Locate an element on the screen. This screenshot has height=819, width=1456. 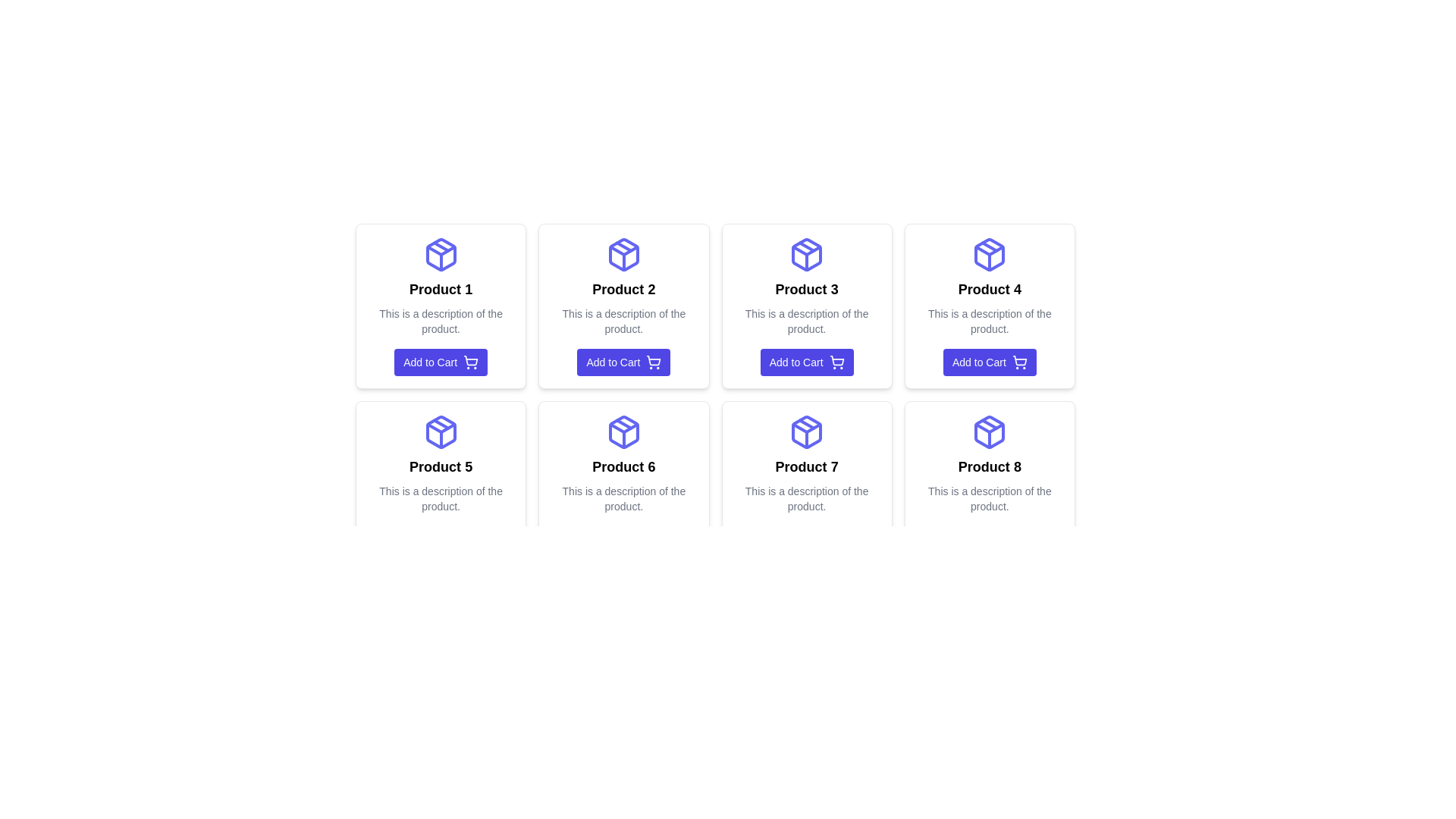
the product icon located in the top-left corner of the 'Product 1' card, which is represented by a distinctive SVG graphic above the product title and description is located at coordinates (440, 253).